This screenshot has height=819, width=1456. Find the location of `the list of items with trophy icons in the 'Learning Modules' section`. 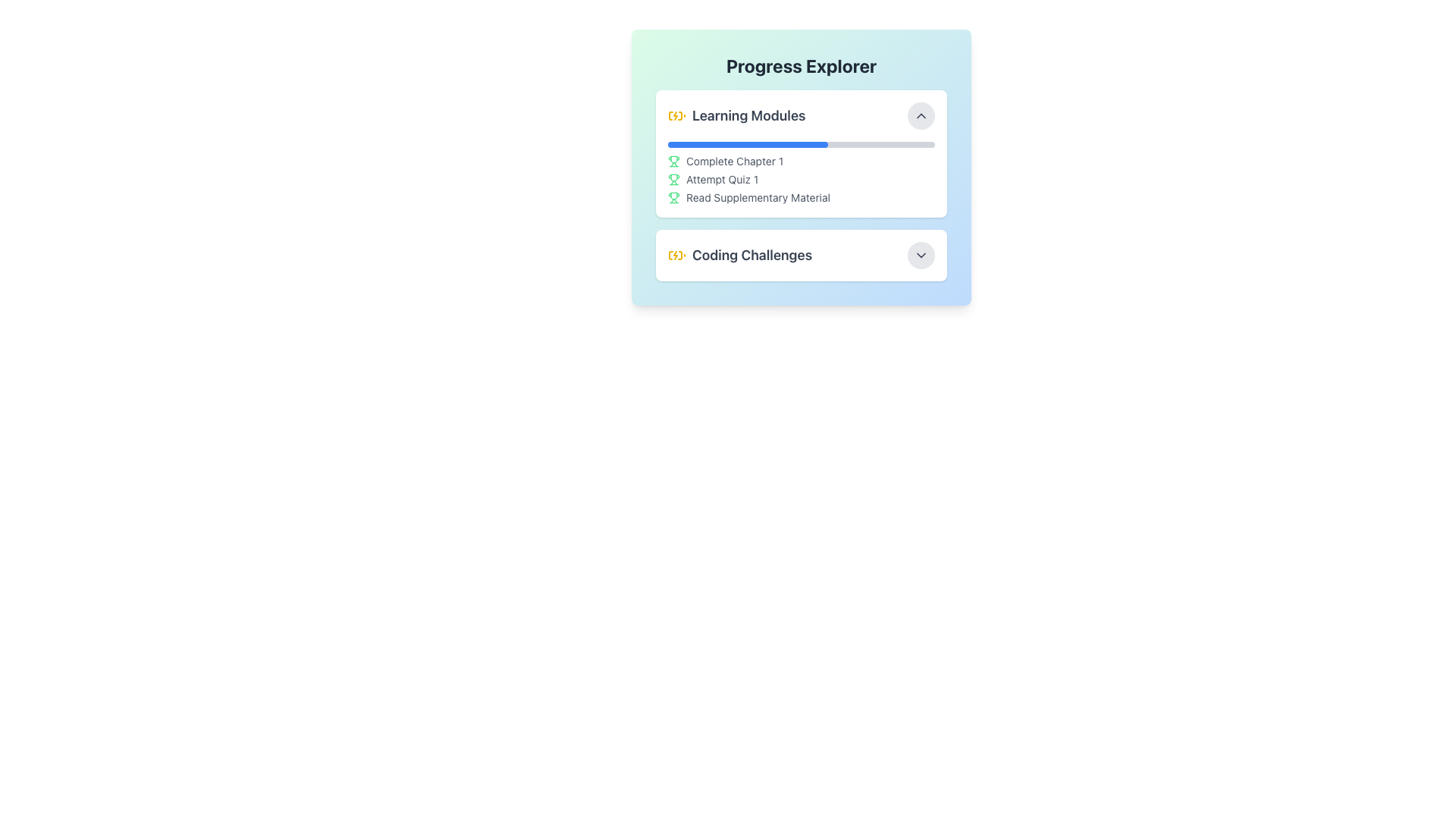

the list of items with trophy icons in the 'Learning Modules' section is located at coordinates (800, 172).